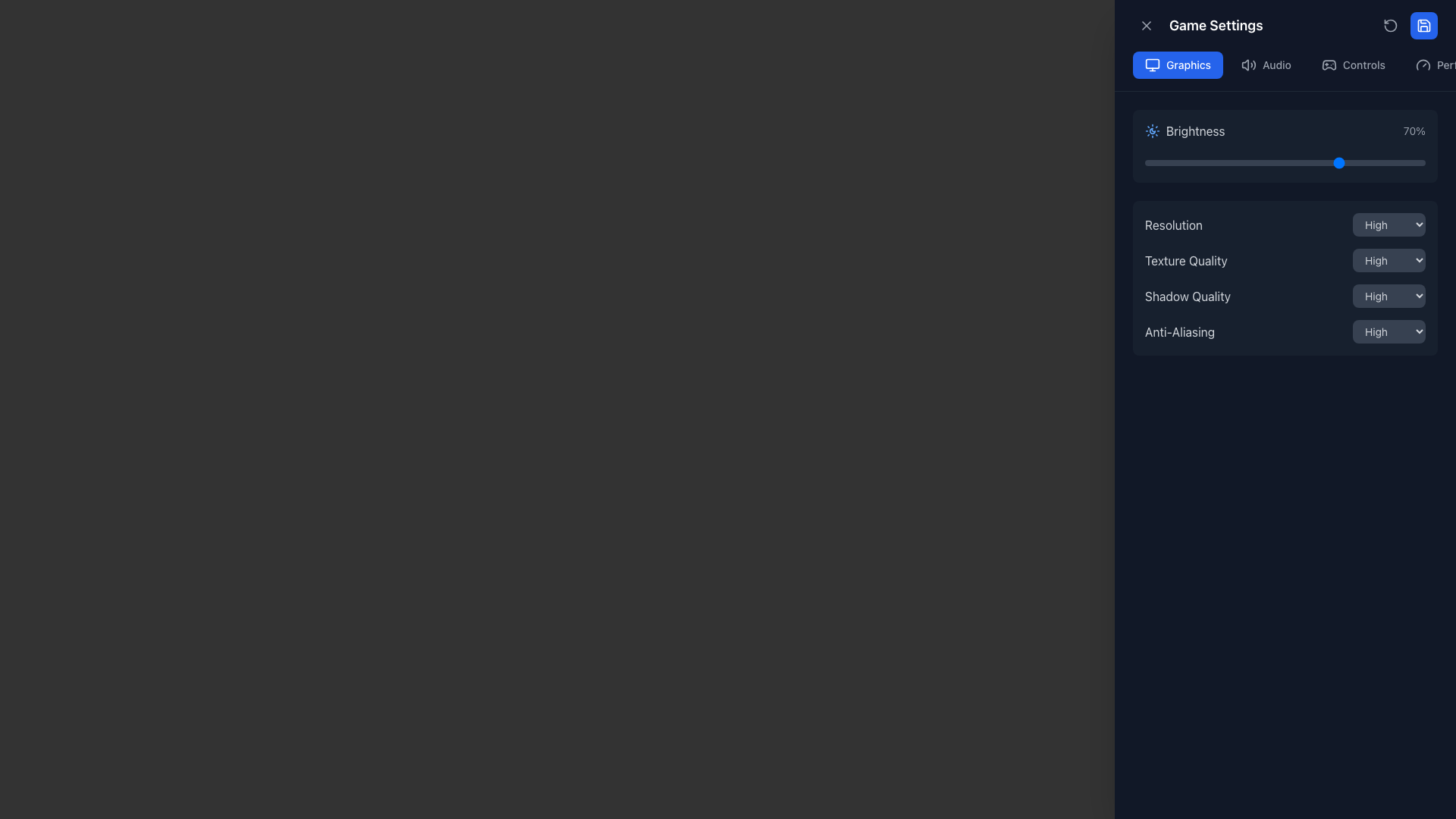  What do you see at coordinates (1179, 331) in the screenshot?
I see `the 'Anti-Aliasing' label, which is a light-colored text against a dark background located in the graphical settings panel` at bounding box center [1179, 331].